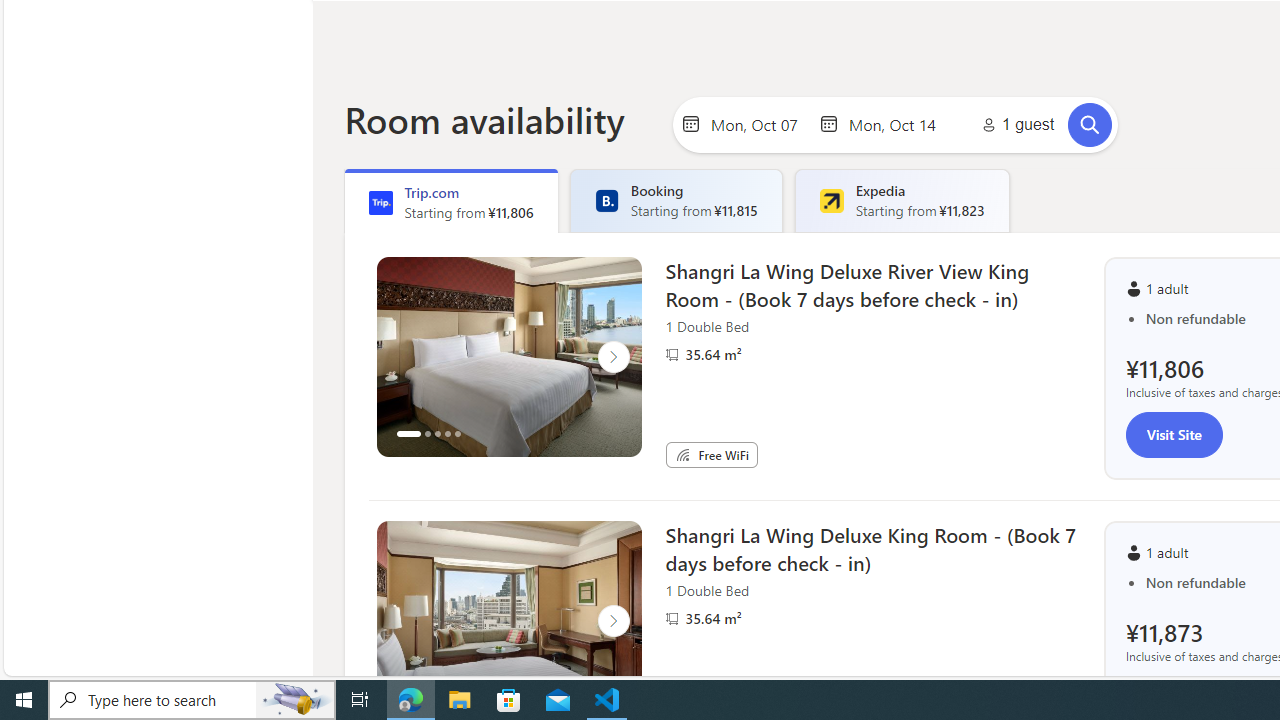 Image resolution: width=1280 pixels, height=720 pixels. What do you see at coordinates (1014, 124) in the screenshot?
I see `'1 guest'` at bounding box center [1014, 124].